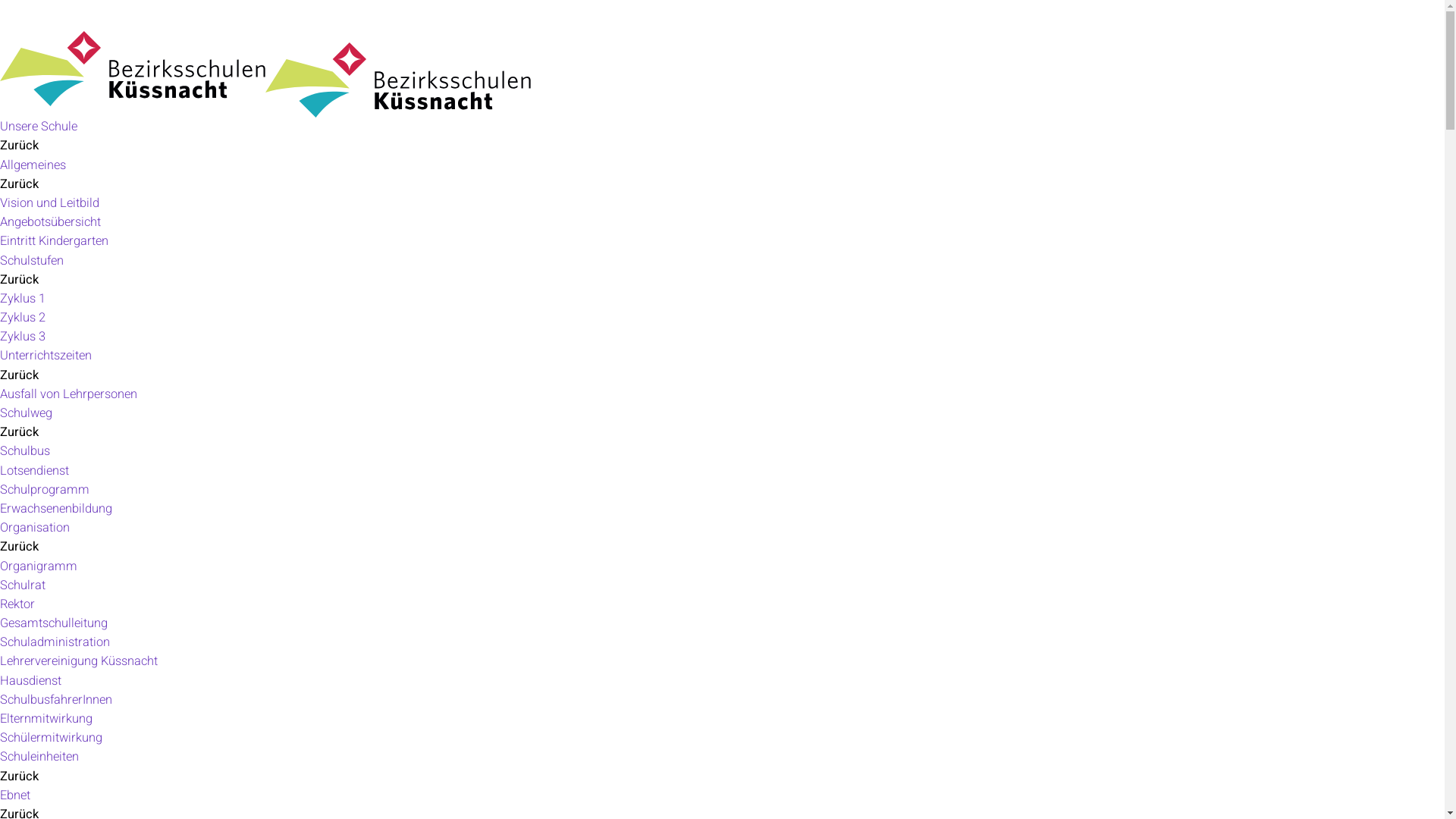 This screenshot has height=819, width=1456. What do you see at coordinates (22, 335) in the screenshot?
I see `'Zyklus 3'` at bounding box center [22, 335].